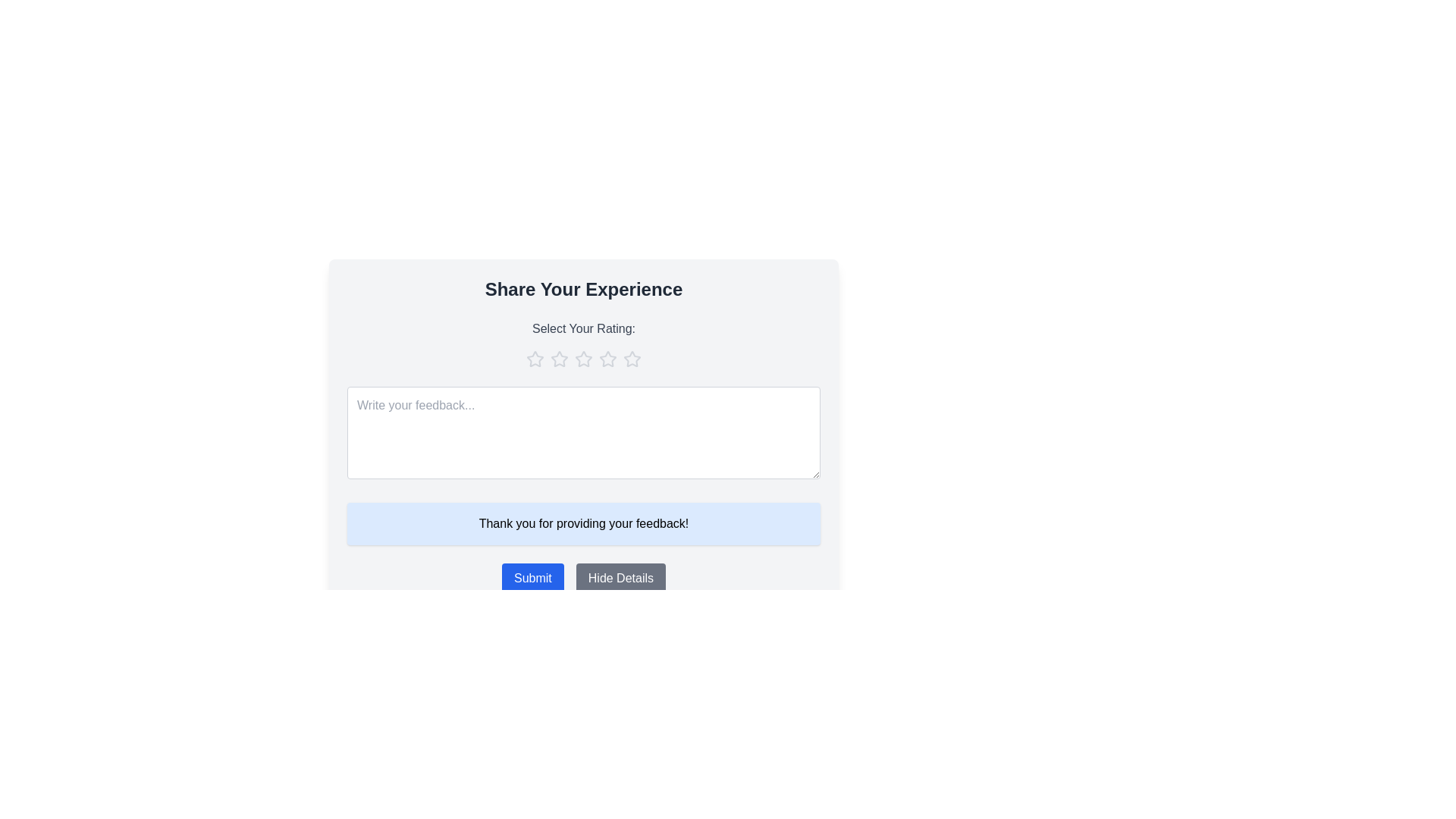 This screenshot has width=1456, height=819. What do you see at coordinates (535, 359) in the screenshot?
I see `the first star icon in the rating bar` at bounding box center [535, 359].